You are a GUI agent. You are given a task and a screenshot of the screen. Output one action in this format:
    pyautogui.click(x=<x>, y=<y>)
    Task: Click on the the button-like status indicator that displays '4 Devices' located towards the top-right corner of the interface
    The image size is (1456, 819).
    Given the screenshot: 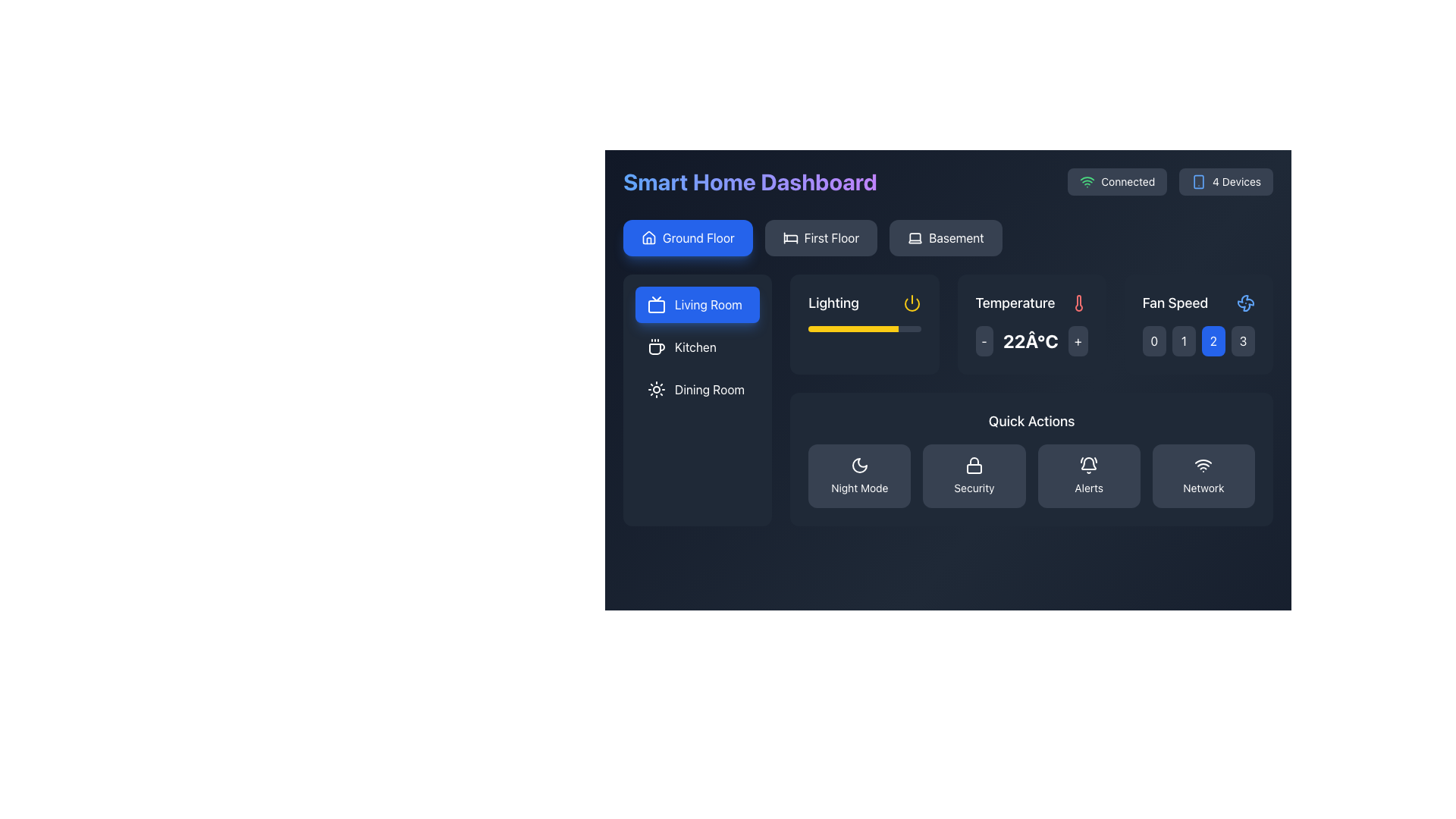 What is the action you would take?
    pyautogui.click(x=1226, y=180)
    